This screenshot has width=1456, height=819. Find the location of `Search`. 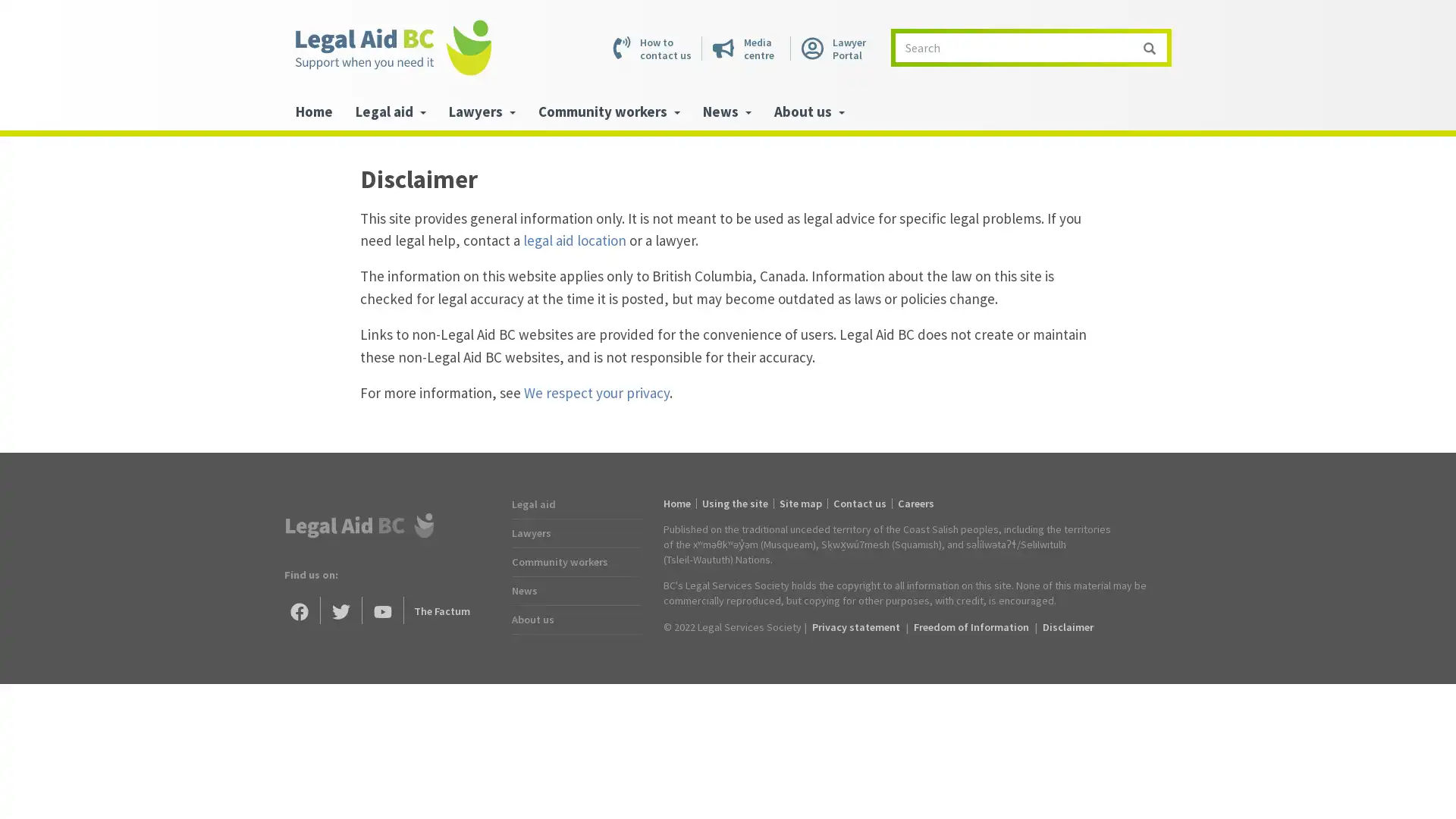

Search is located at coordinates (1149, 46).